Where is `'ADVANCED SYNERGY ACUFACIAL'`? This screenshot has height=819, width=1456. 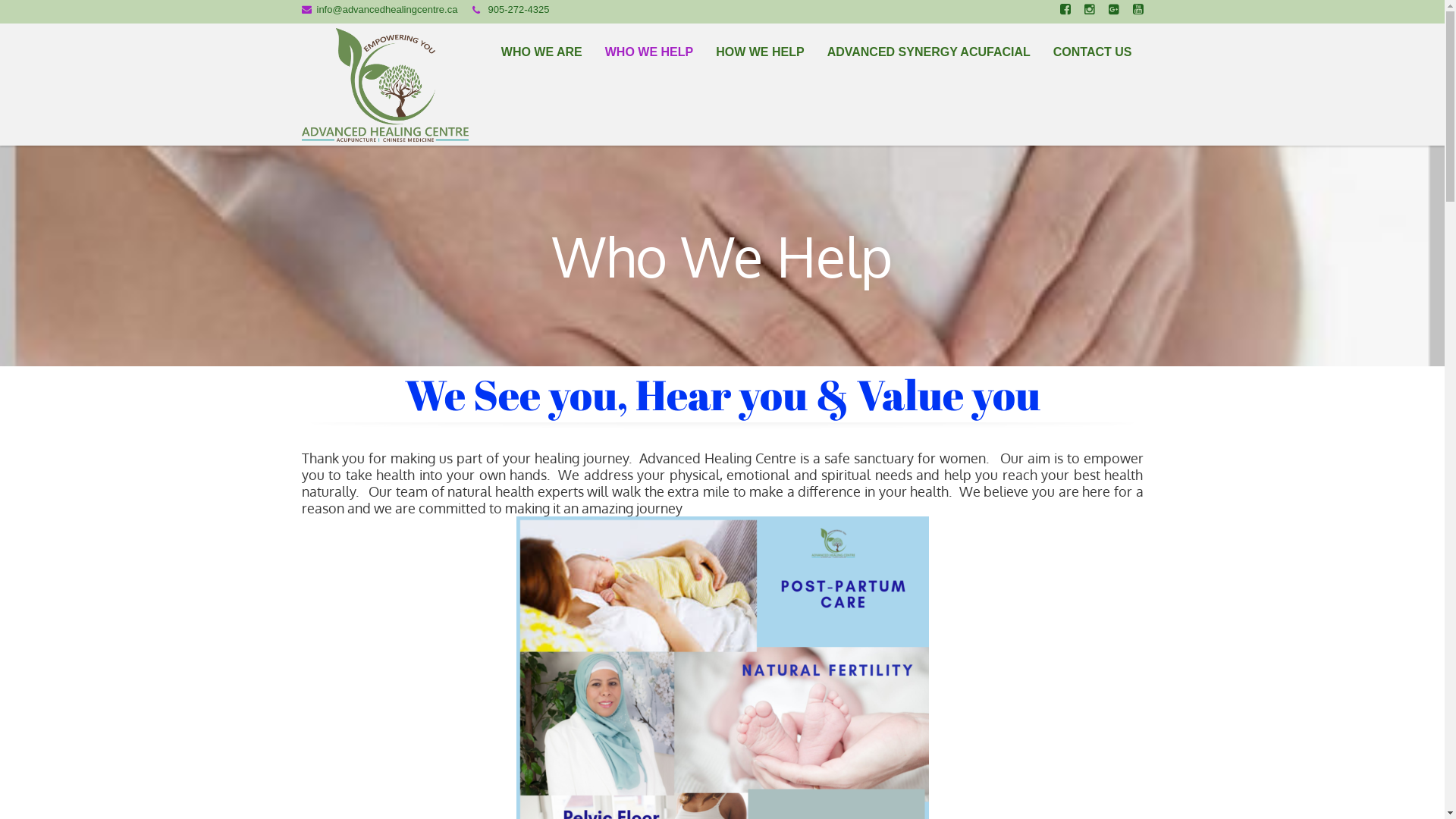
'ADVANCED SYNERGY ACUFACIAL' is located at coordinates (927, 51).